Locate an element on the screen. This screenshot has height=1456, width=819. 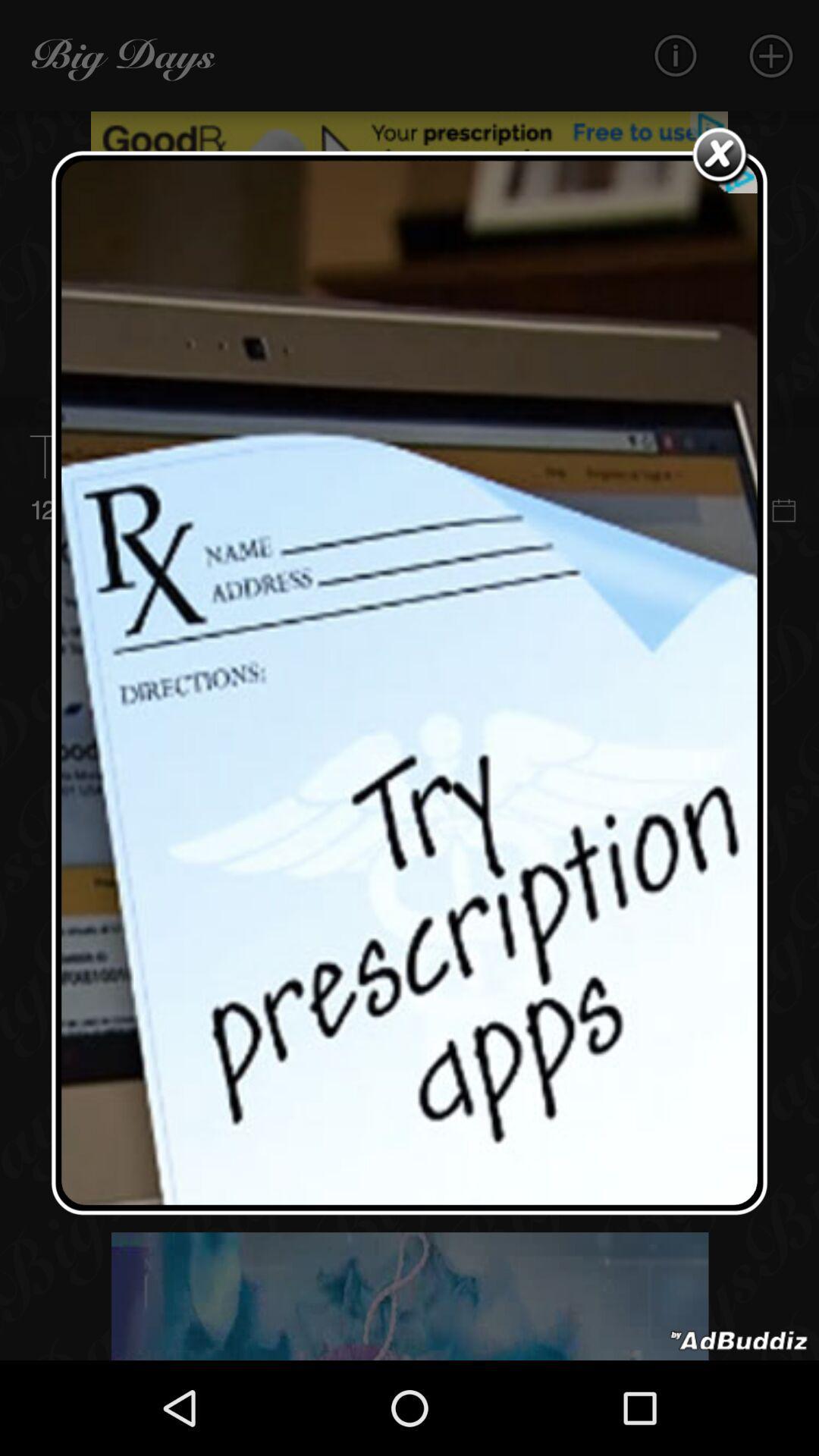
respite page is located at coordinates (409, 682).